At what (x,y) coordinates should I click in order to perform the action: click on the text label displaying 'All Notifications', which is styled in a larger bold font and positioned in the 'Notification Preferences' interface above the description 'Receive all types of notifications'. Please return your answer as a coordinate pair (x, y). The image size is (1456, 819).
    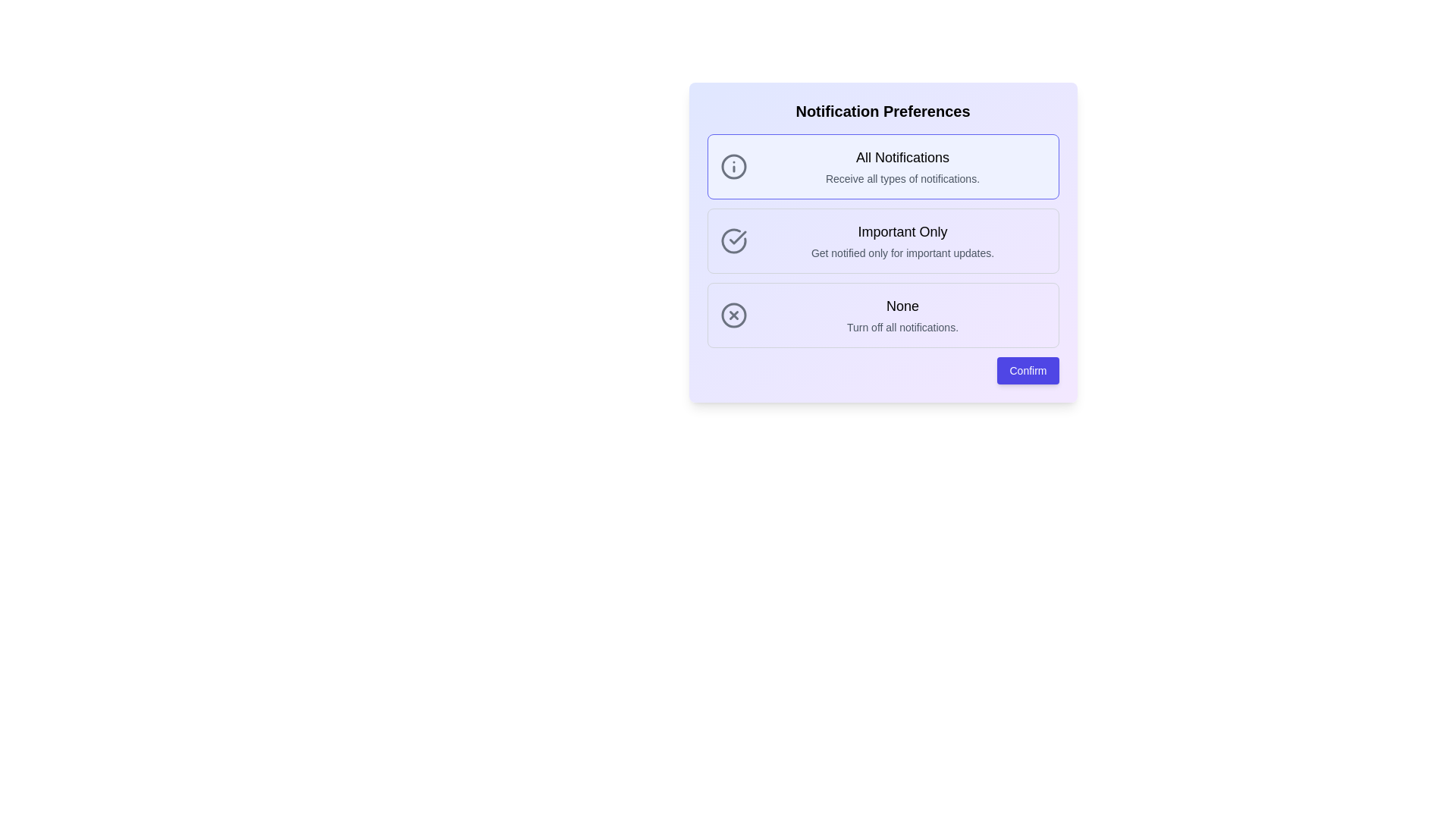
    Looking at the image, I should click on (902, 158).